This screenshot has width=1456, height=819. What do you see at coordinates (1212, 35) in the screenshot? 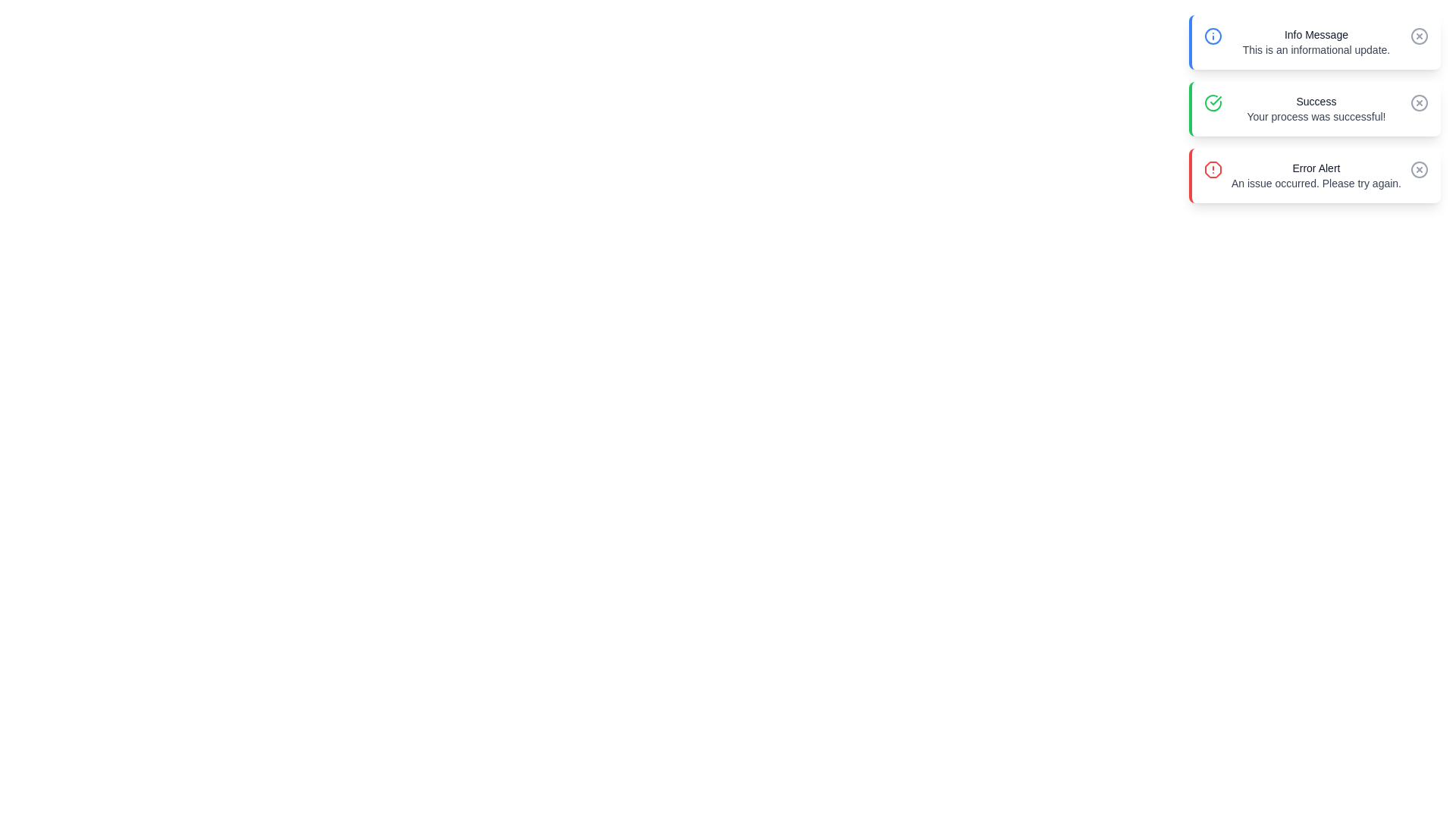
I see `the circular icon with a blue border and white interior located at the top left of the 'Info Message' card by clicking on it` at bounding box center [1212, 35].